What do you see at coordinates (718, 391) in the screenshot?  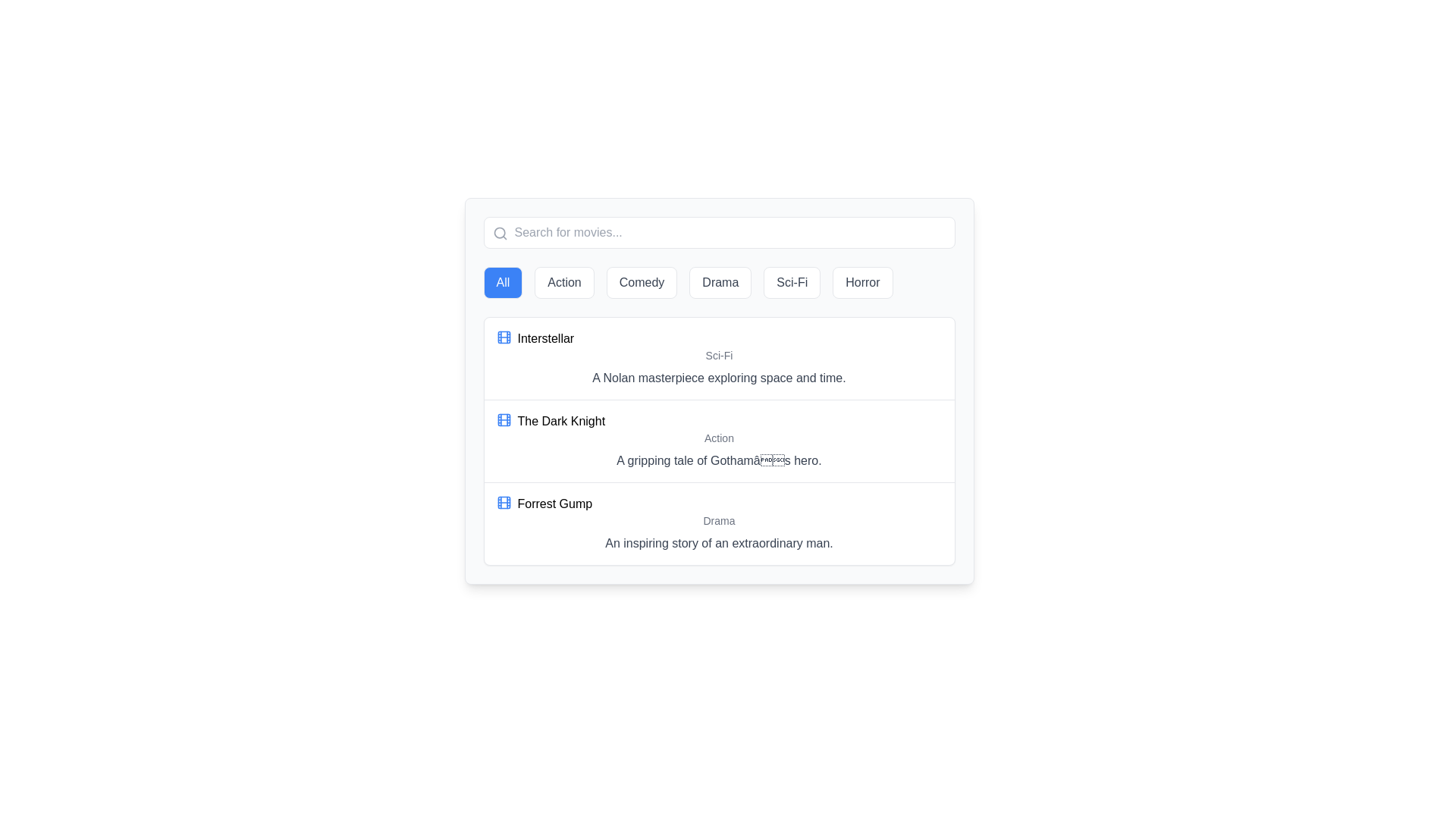 I see `the Informational card for the movie 'Interstellar'` at bounding box center [718, 391].